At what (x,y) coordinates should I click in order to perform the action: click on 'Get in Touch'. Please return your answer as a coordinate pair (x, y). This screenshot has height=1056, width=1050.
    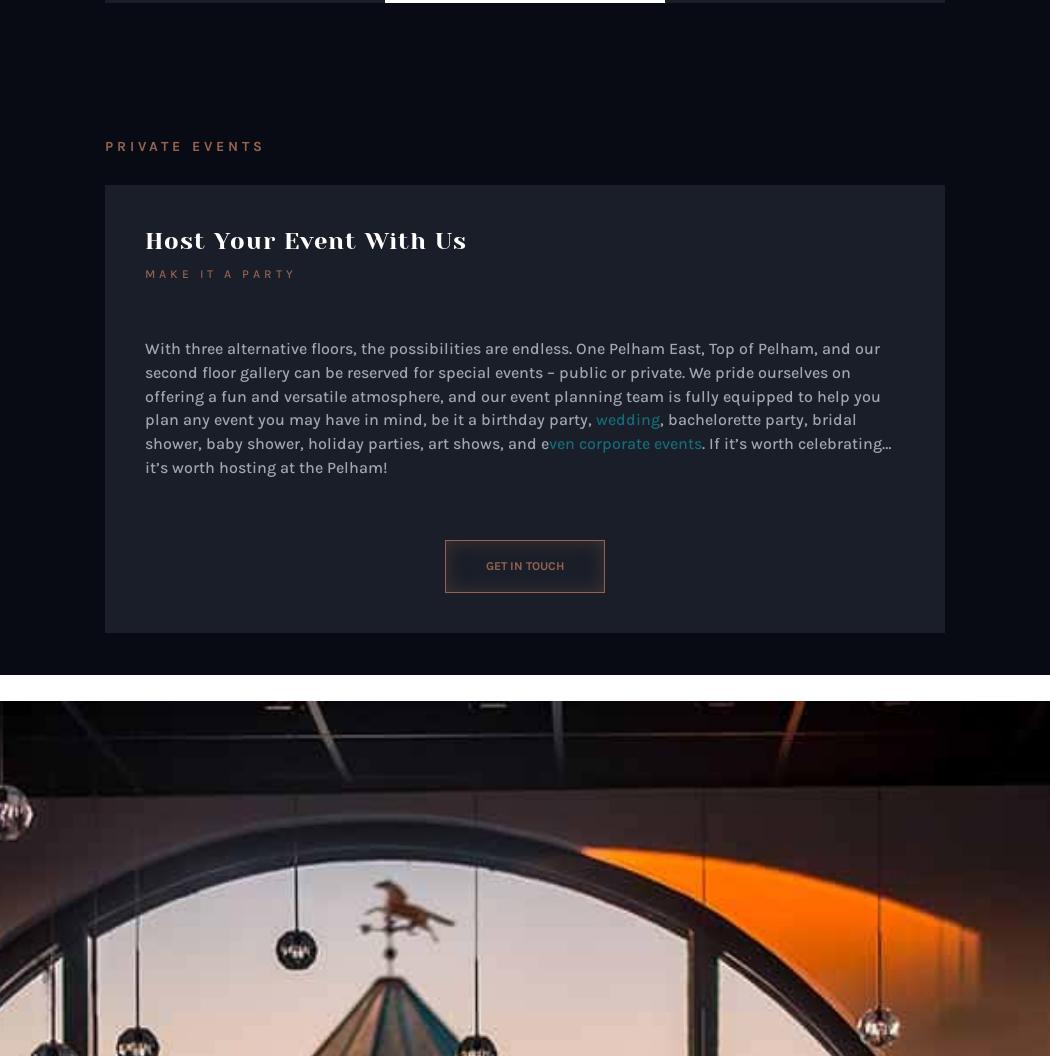
    Looking at the image, I should click on (784, 829).